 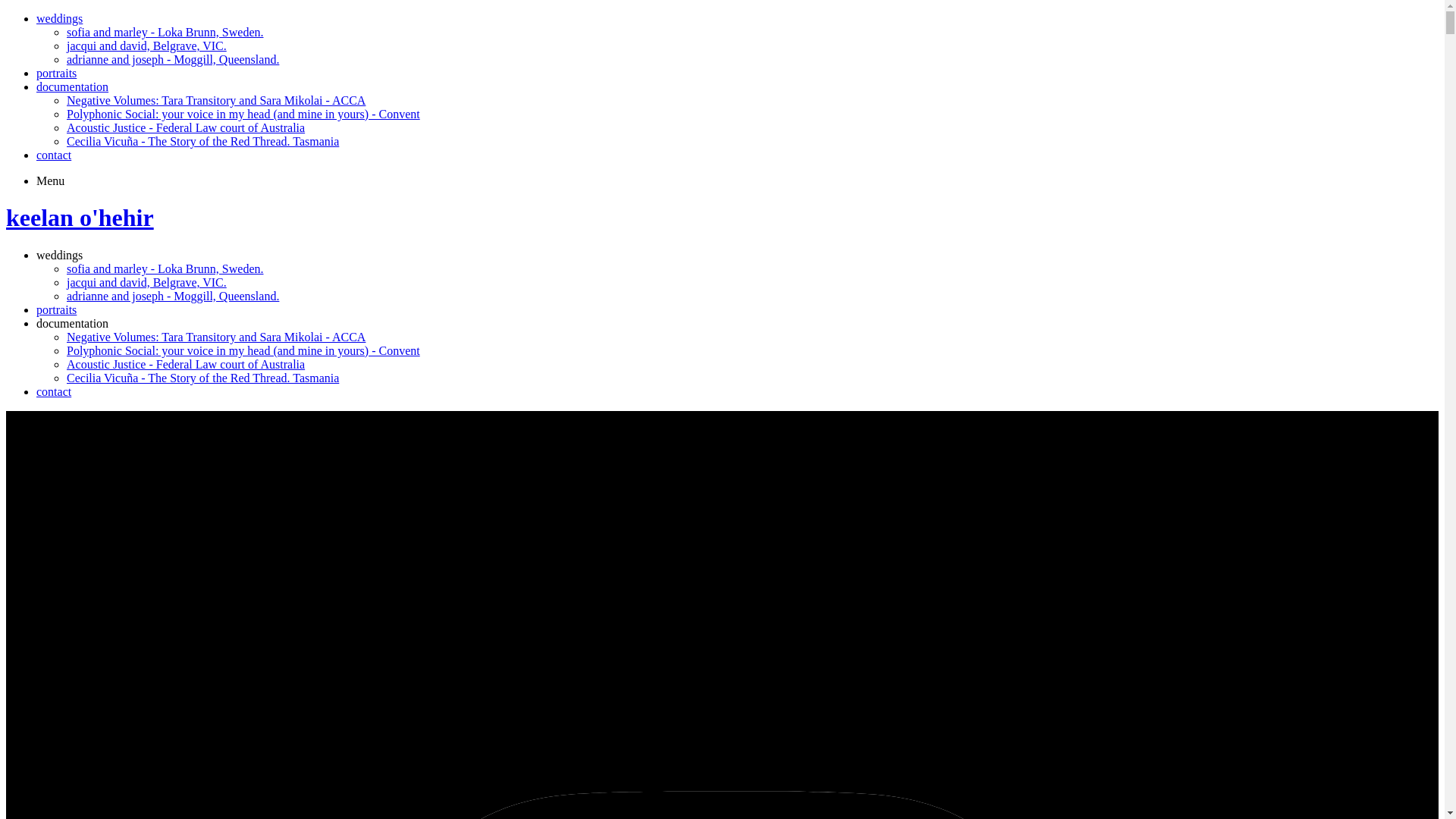 What do you see at coordinates (184, 364) in the screenshot?
I see `'Acoustic Justice - Federal Law court of Australia'` at bounding box center [184, 364].